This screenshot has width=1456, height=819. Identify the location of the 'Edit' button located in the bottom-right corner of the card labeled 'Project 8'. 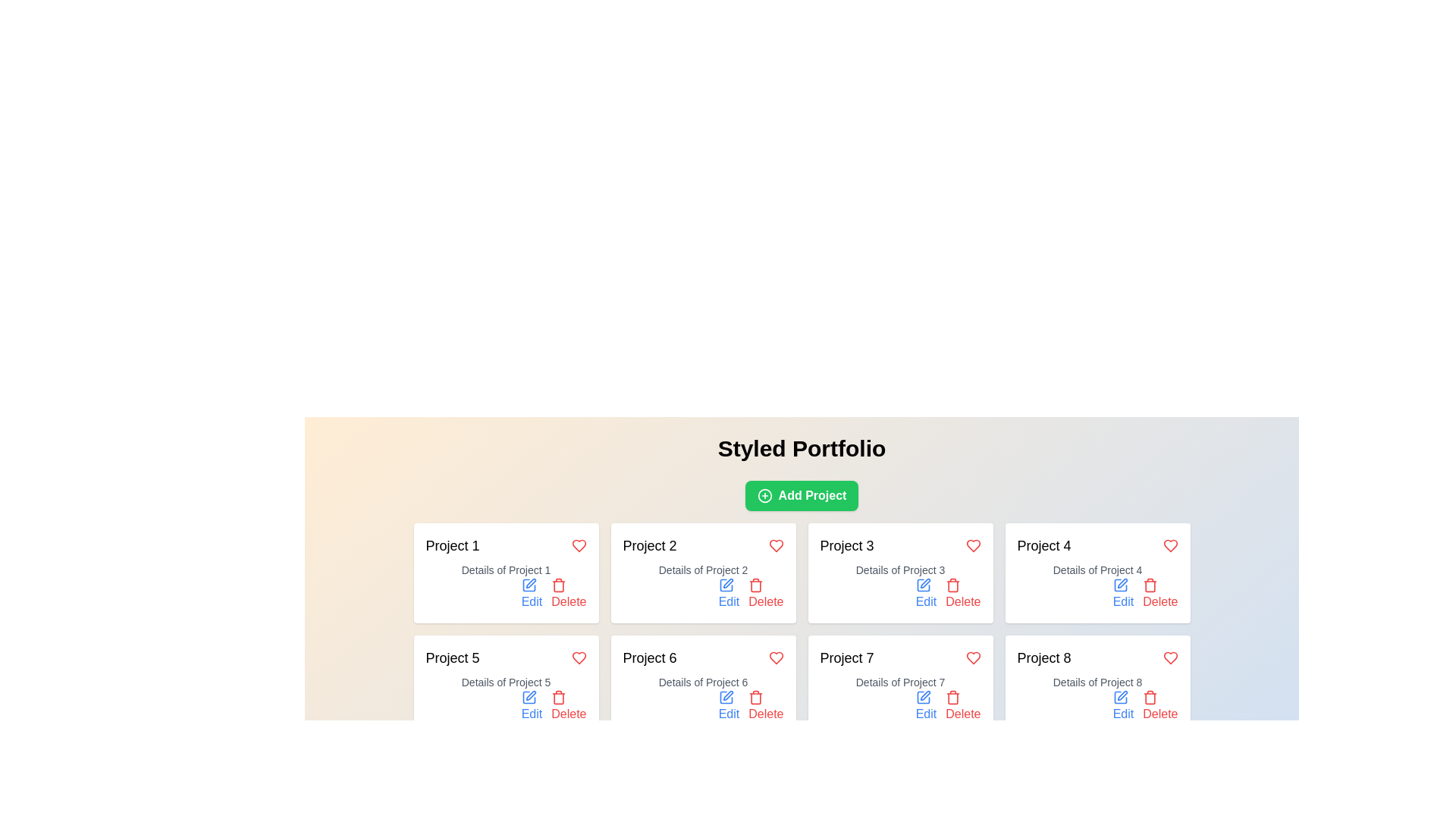
(1097, 707).